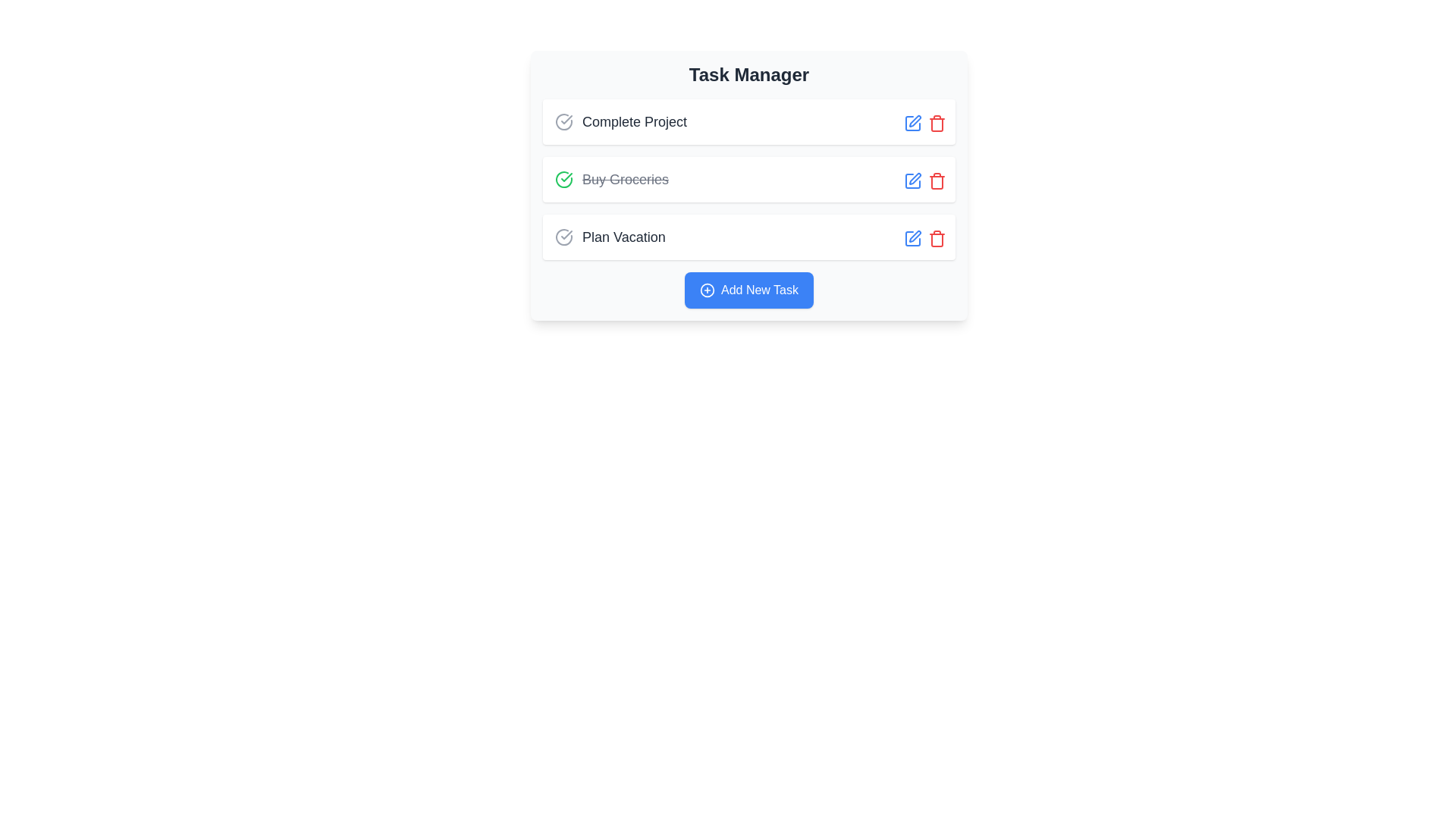 This screenshot has height=819, width=1456. What do you see at coordinates (610, 237) in the screenshot?
I see `the checked task list item displaying 'Plan Vacation' with a gray checkmark icon in the 'Task Manager' card to interact with it` at bounding box center [610, 237].